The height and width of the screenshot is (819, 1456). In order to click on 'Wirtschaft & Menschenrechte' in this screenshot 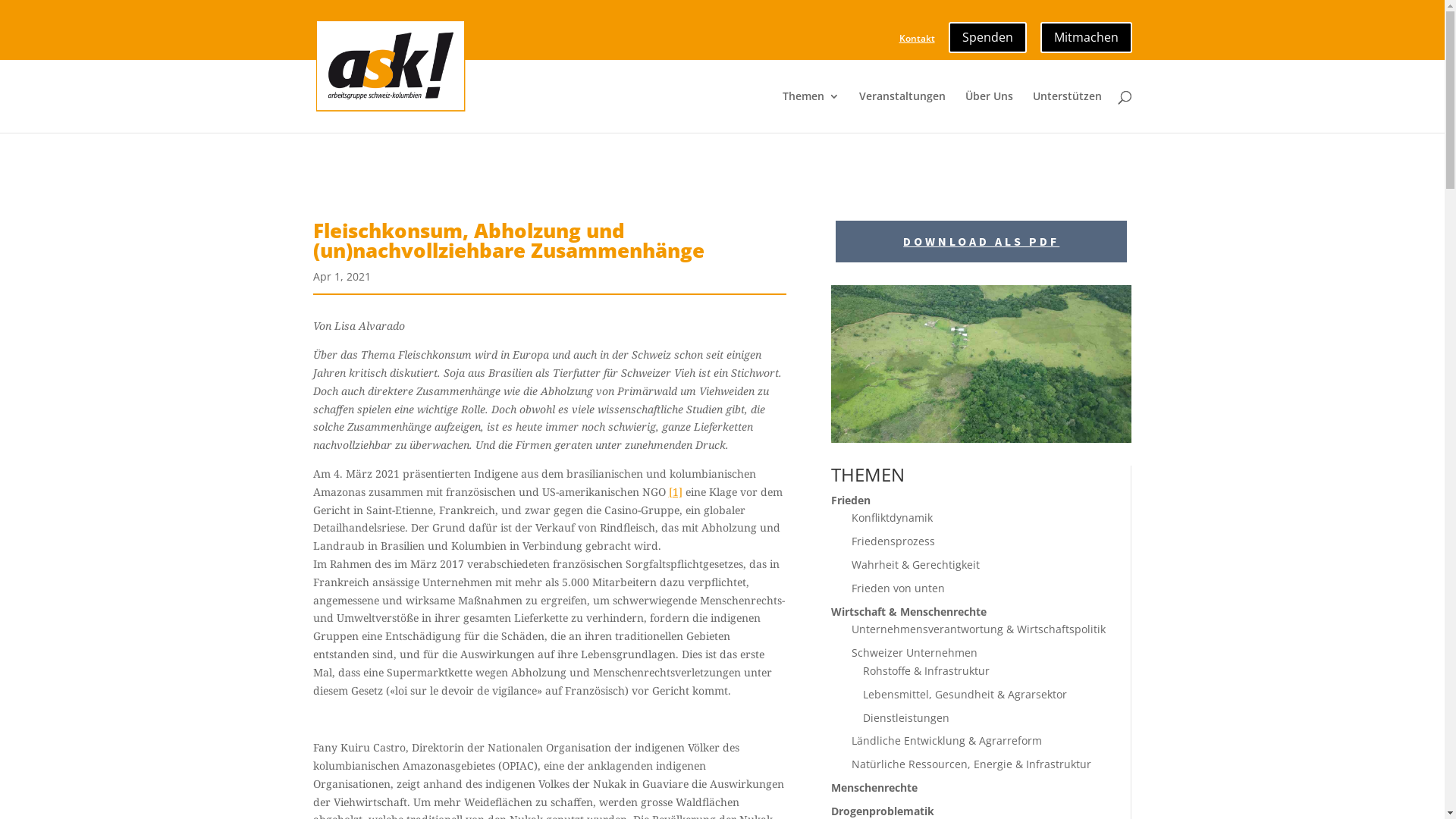, I will do `click(908, 610)`.